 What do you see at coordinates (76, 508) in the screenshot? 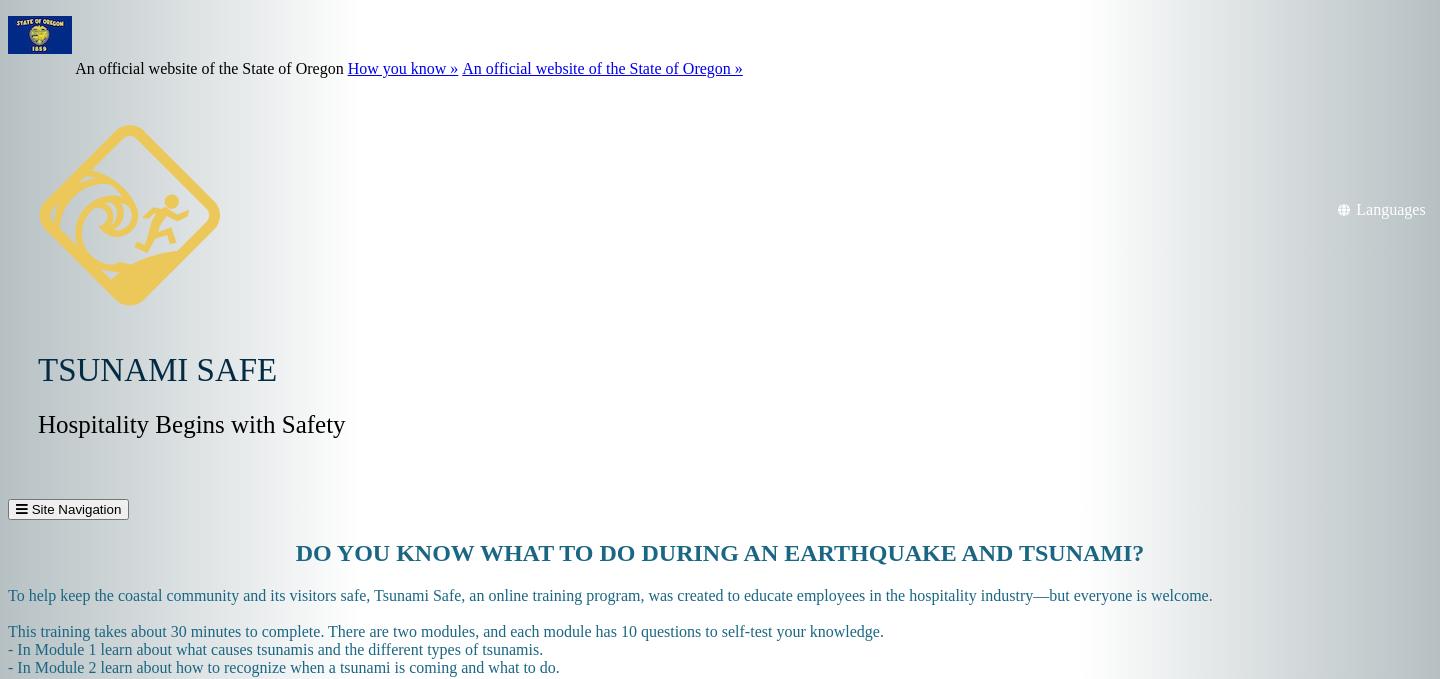
I see `'Site Navigation'` at bounding box center [76, 508].